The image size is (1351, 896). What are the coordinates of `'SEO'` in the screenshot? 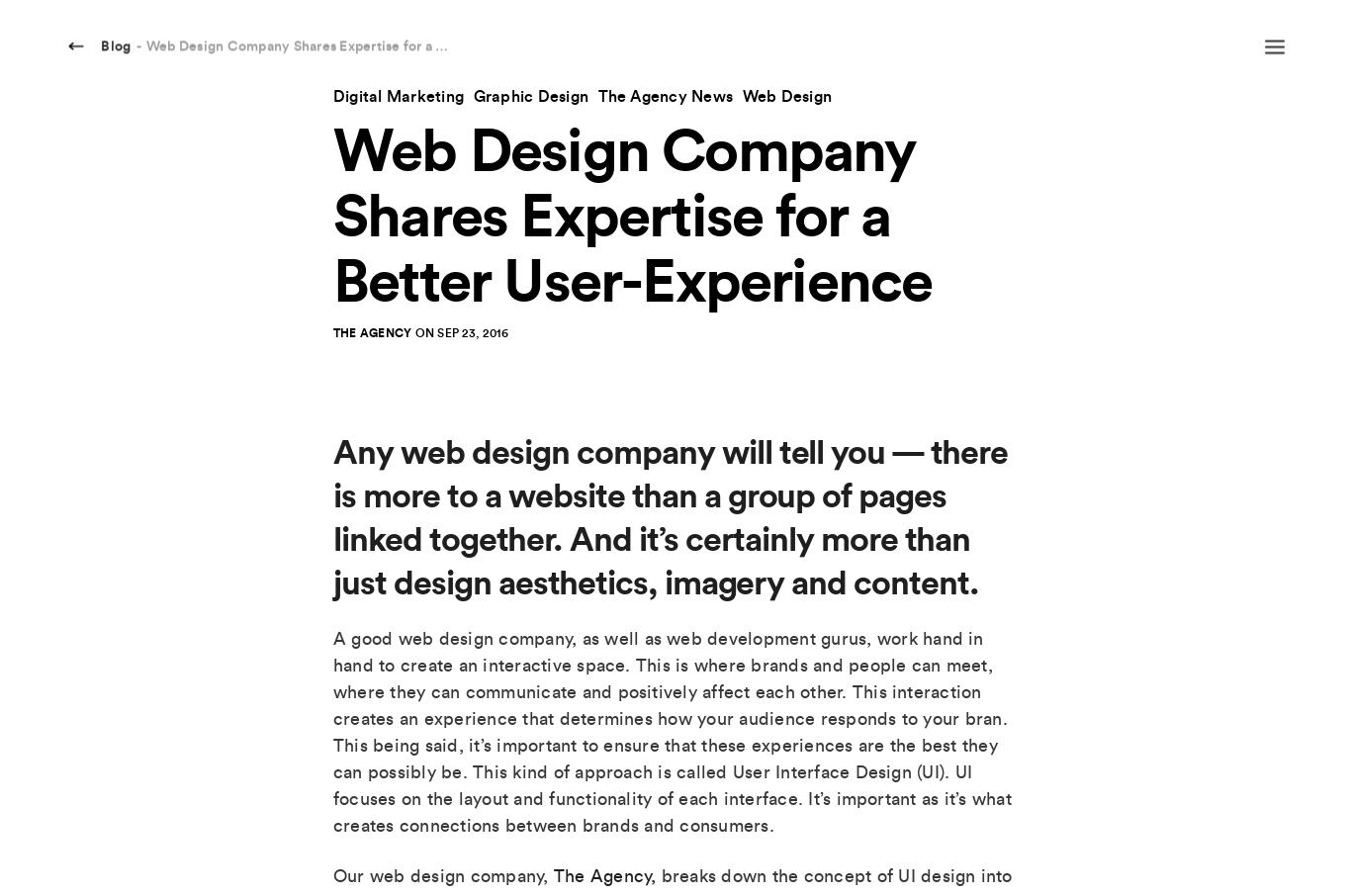 It's located at (733, 849).